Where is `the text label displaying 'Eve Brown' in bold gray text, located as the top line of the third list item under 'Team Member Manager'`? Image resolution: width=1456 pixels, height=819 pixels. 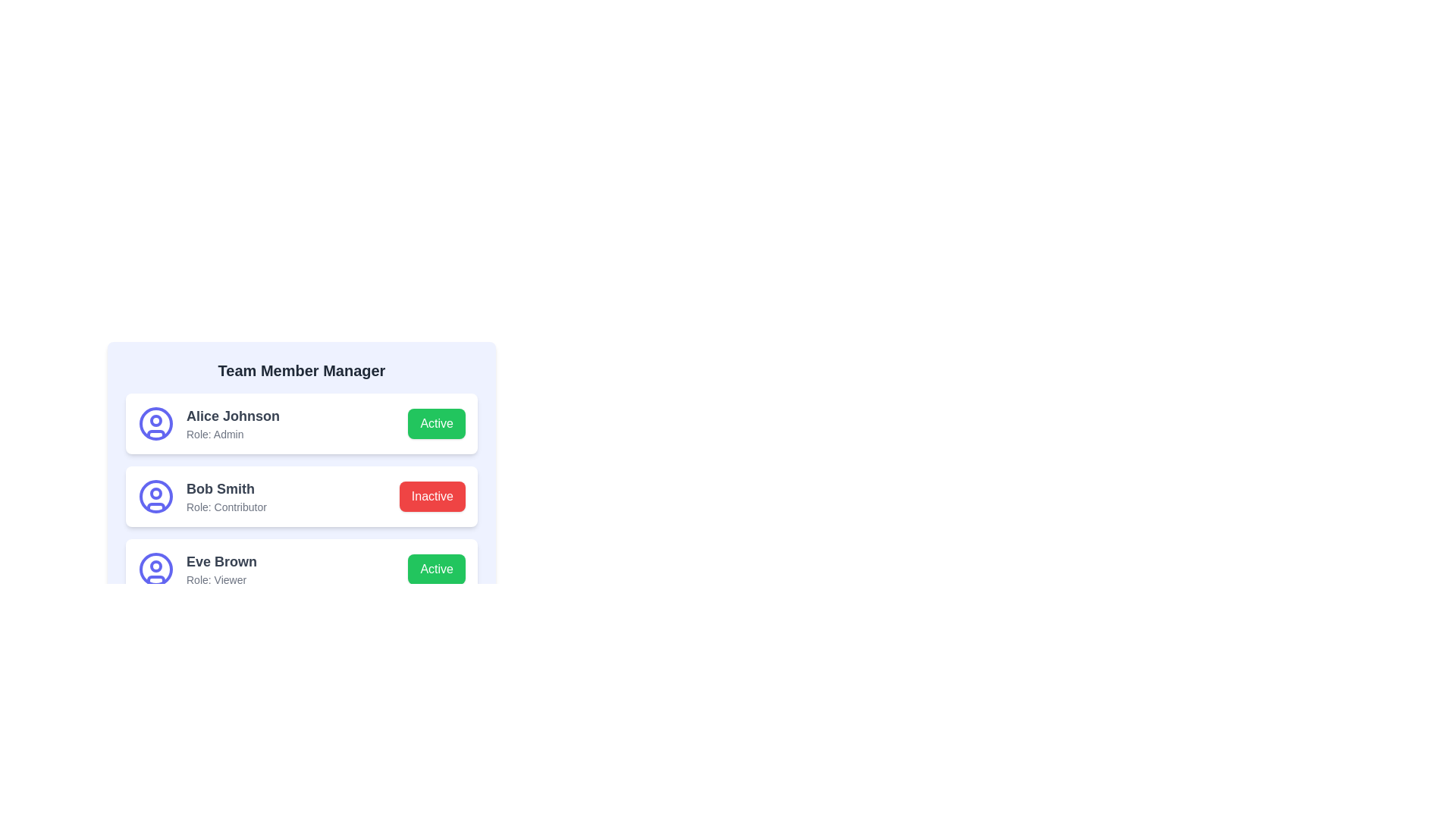 the text label displaying 'Eve Brown' in bold gray text, located as the top line of the third list item under 'Team Member Manager' is located at coordinates (221, 561).